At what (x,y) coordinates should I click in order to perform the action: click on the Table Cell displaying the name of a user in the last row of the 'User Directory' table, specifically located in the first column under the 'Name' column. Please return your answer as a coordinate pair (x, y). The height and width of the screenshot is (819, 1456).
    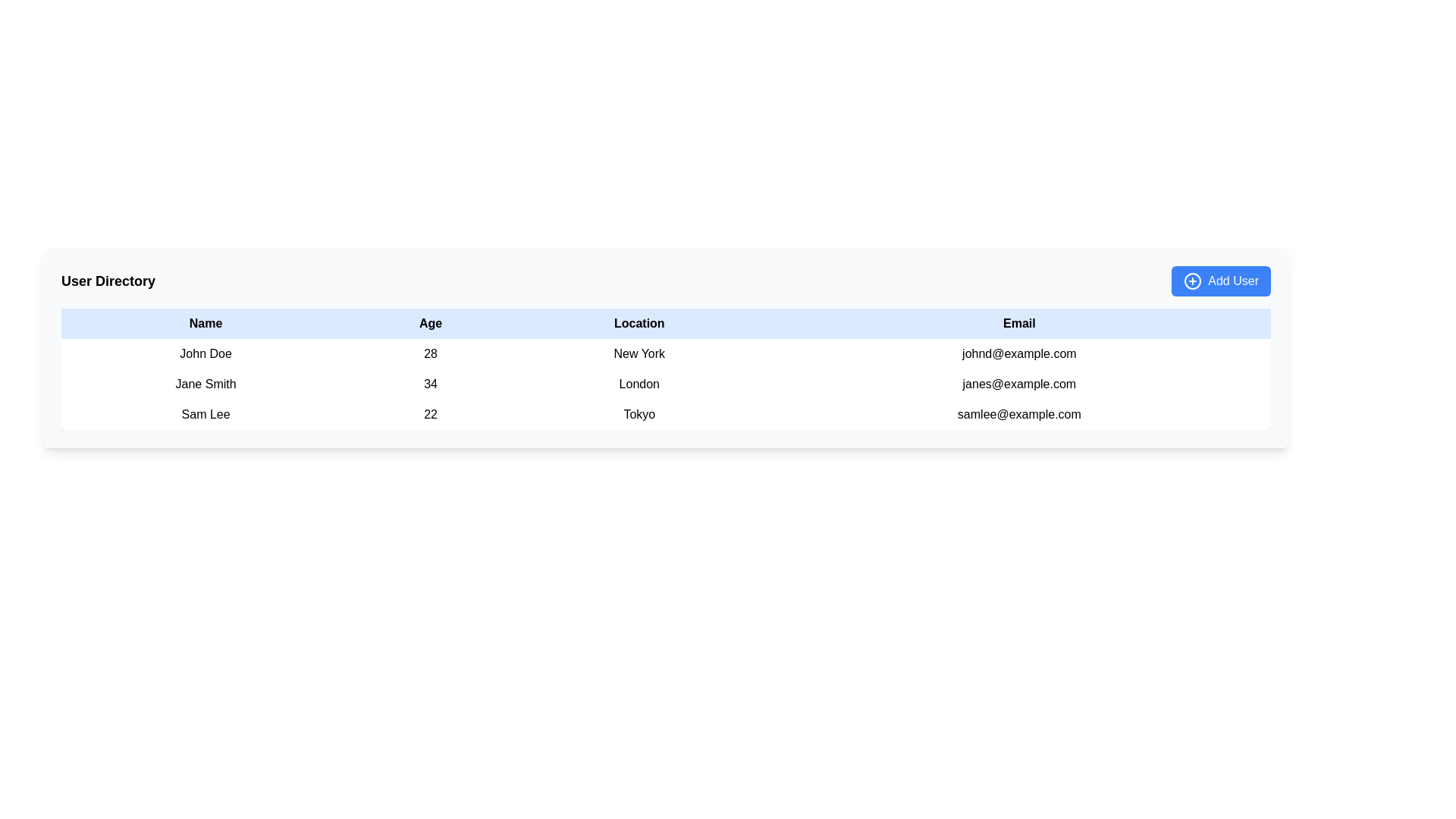
    Looking at the image, I should click on (205, 415).